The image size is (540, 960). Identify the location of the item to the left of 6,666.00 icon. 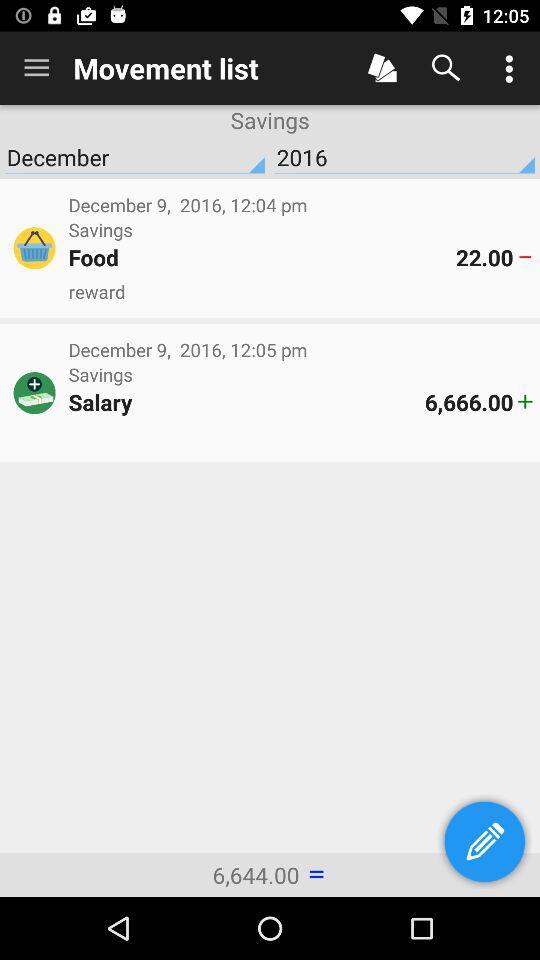
(246, 401).